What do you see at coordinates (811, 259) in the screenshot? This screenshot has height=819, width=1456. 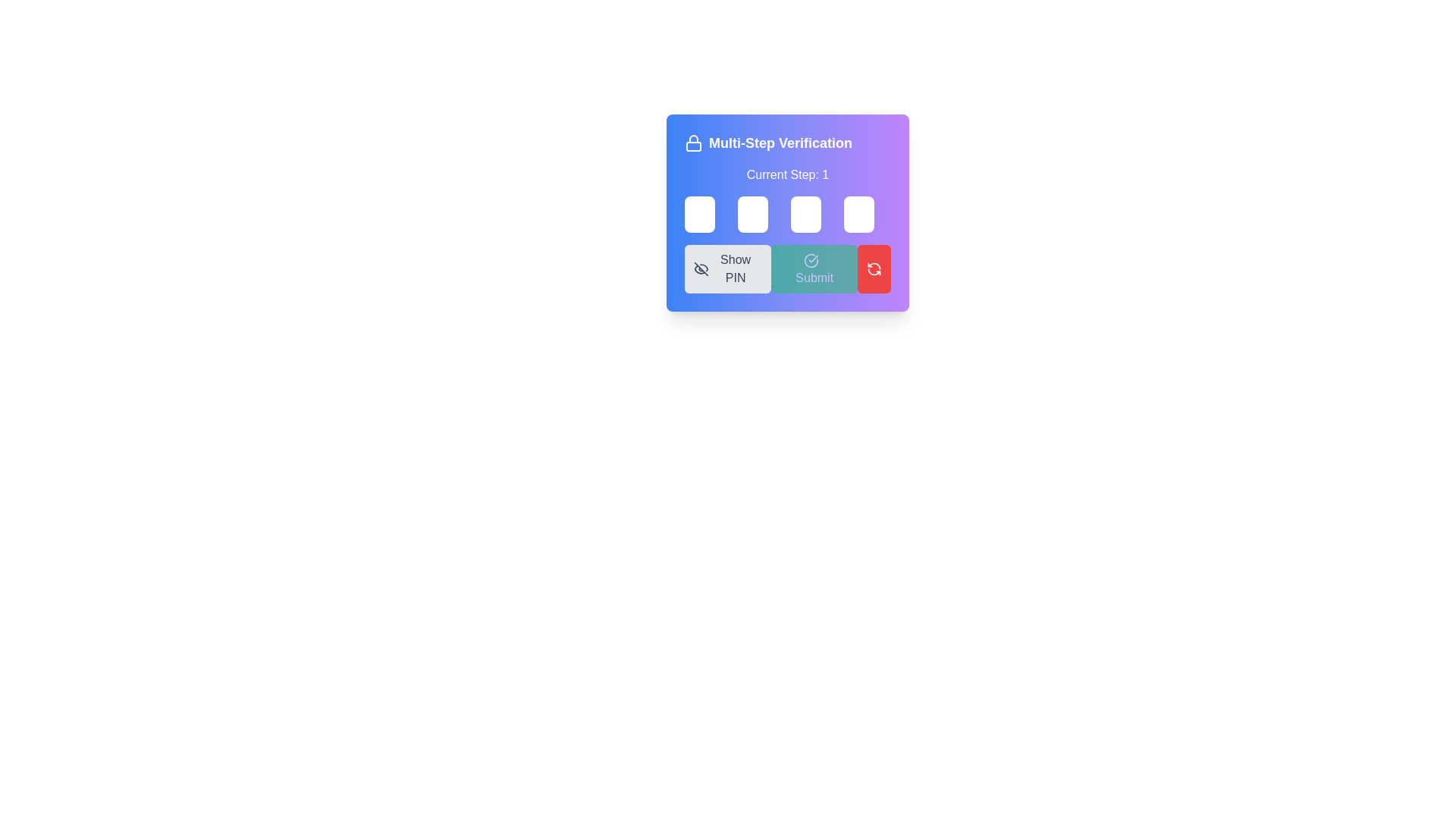 I see `the visual indicator icon within the green 'Submit' button in the multi-step verification panel to interact with it, if enabled` at bounding box center [811, 259].